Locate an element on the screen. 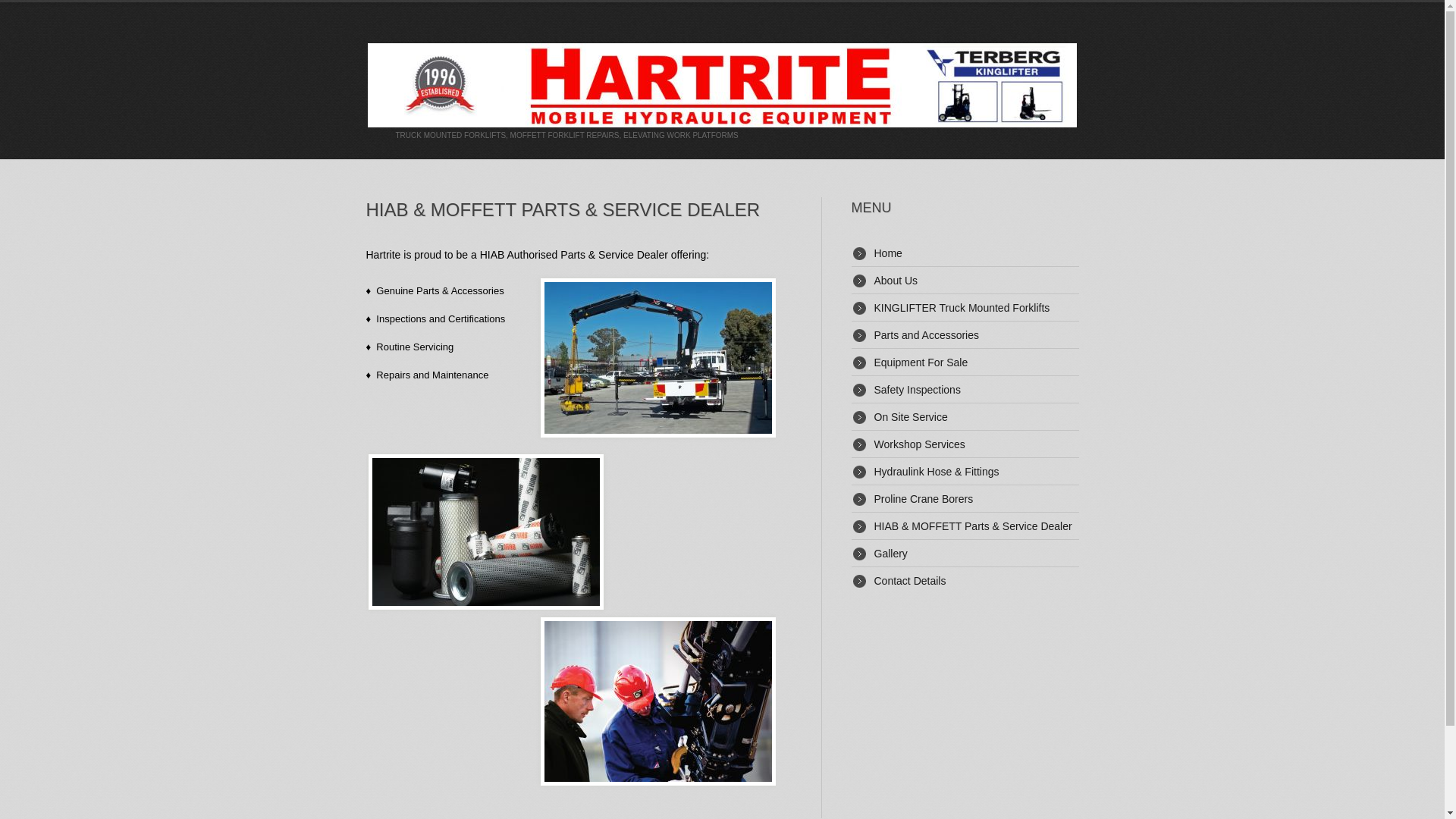 The image size is (1456, 819). 'On Site Service' is located at coordinates (910, 417).